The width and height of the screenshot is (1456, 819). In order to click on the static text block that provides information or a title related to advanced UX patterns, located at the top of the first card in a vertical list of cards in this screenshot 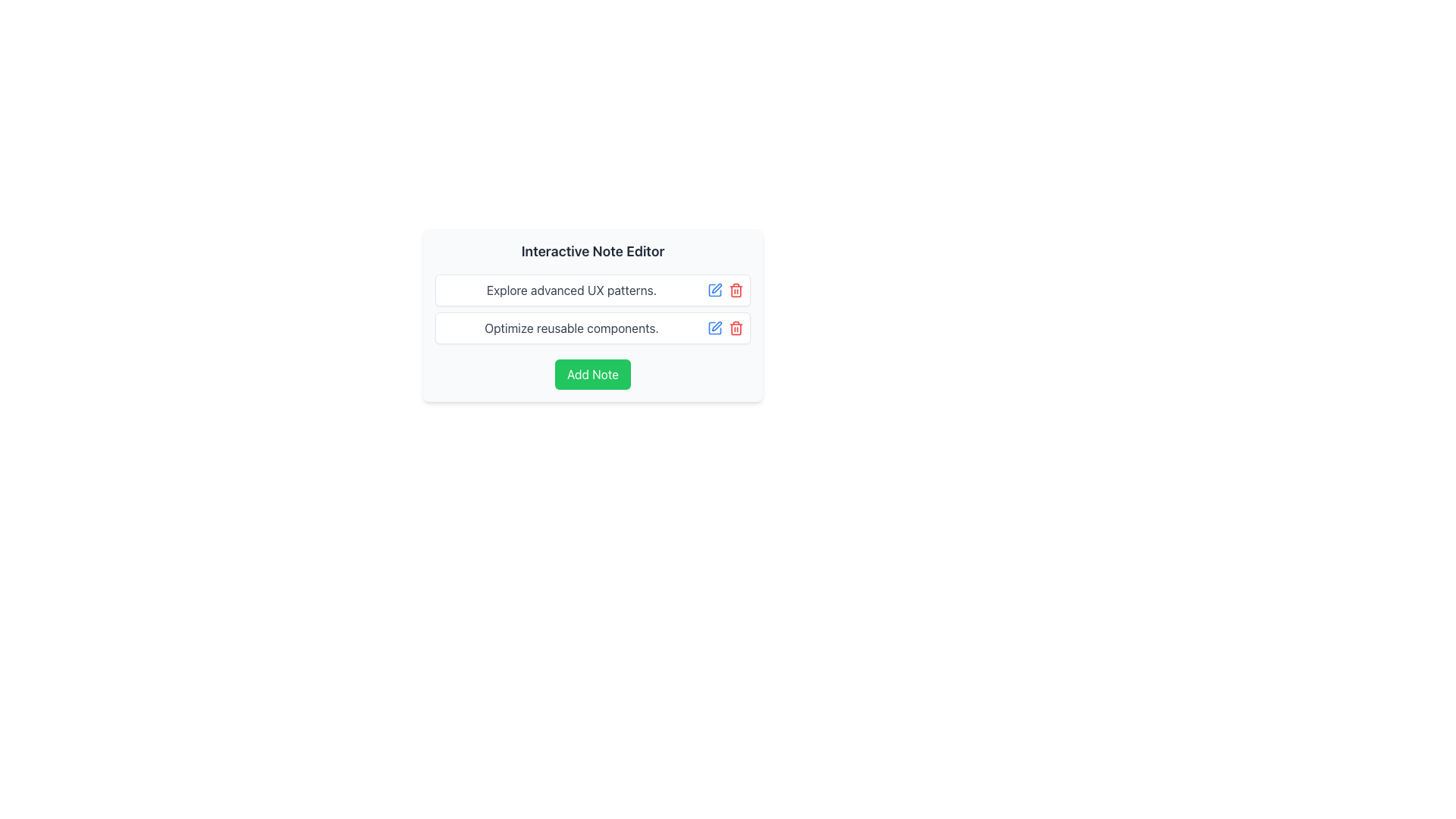, I will do `click(570, 290)`.